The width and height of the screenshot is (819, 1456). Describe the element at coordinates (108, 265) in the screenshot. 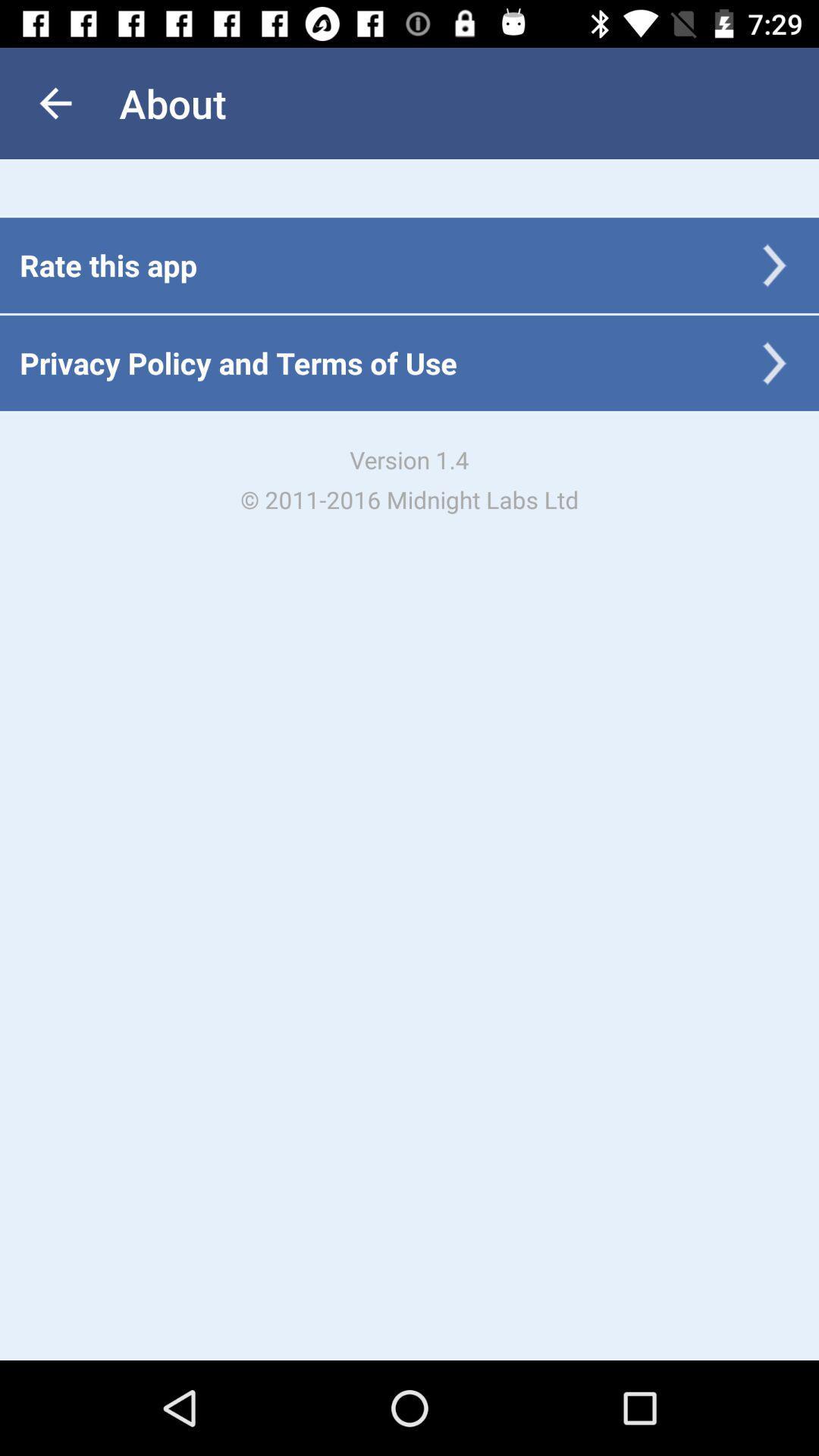

I see `the item above privacy policy and item` at that location.